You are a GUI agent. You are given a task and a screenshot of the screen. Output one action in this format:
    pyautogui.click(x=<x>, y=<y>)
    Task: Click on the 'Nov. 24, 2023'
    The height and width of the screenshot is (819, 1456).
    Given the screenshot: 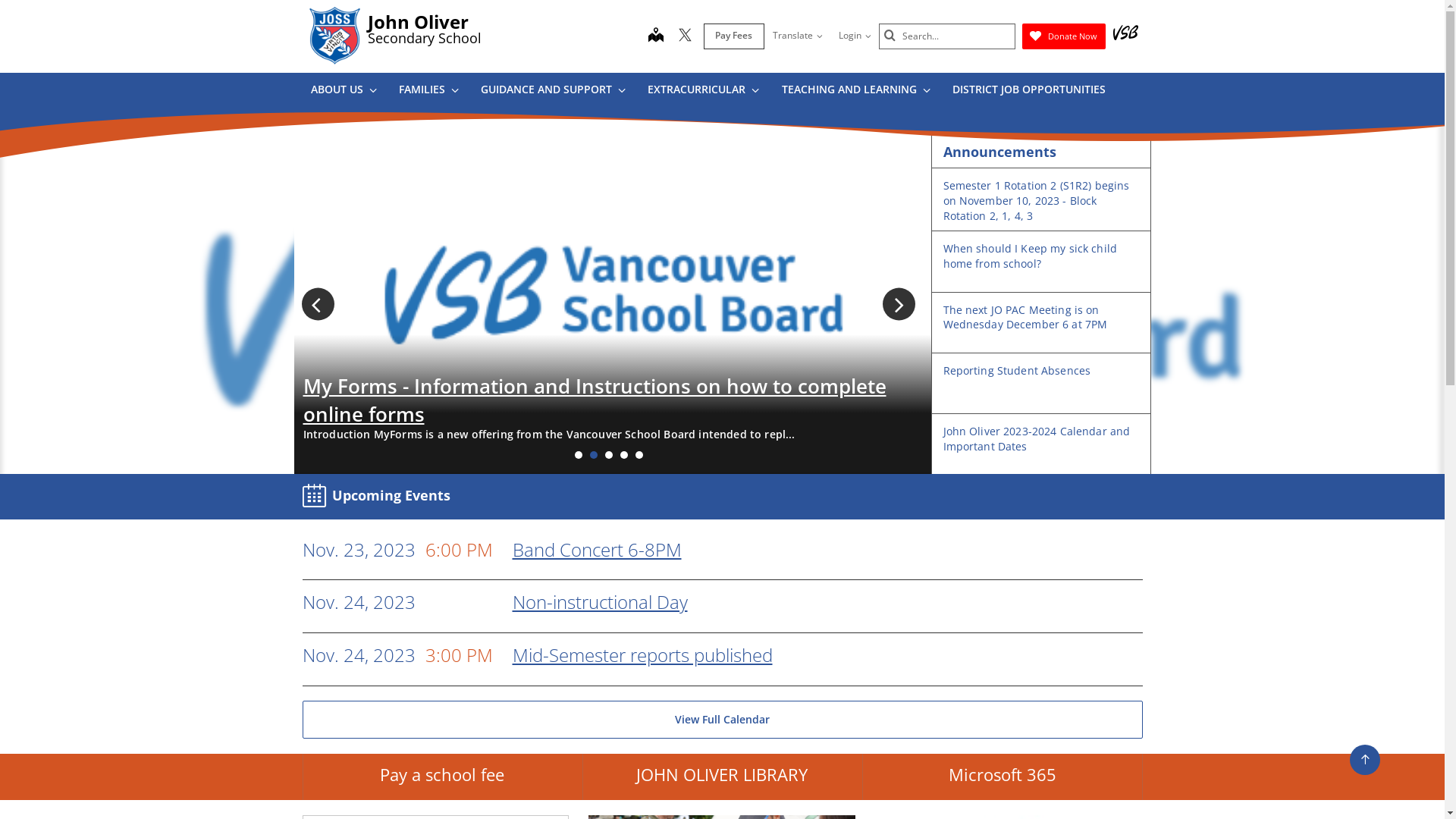 What is the action you would take?
    pyautogui.click(x=302, y=654)
    